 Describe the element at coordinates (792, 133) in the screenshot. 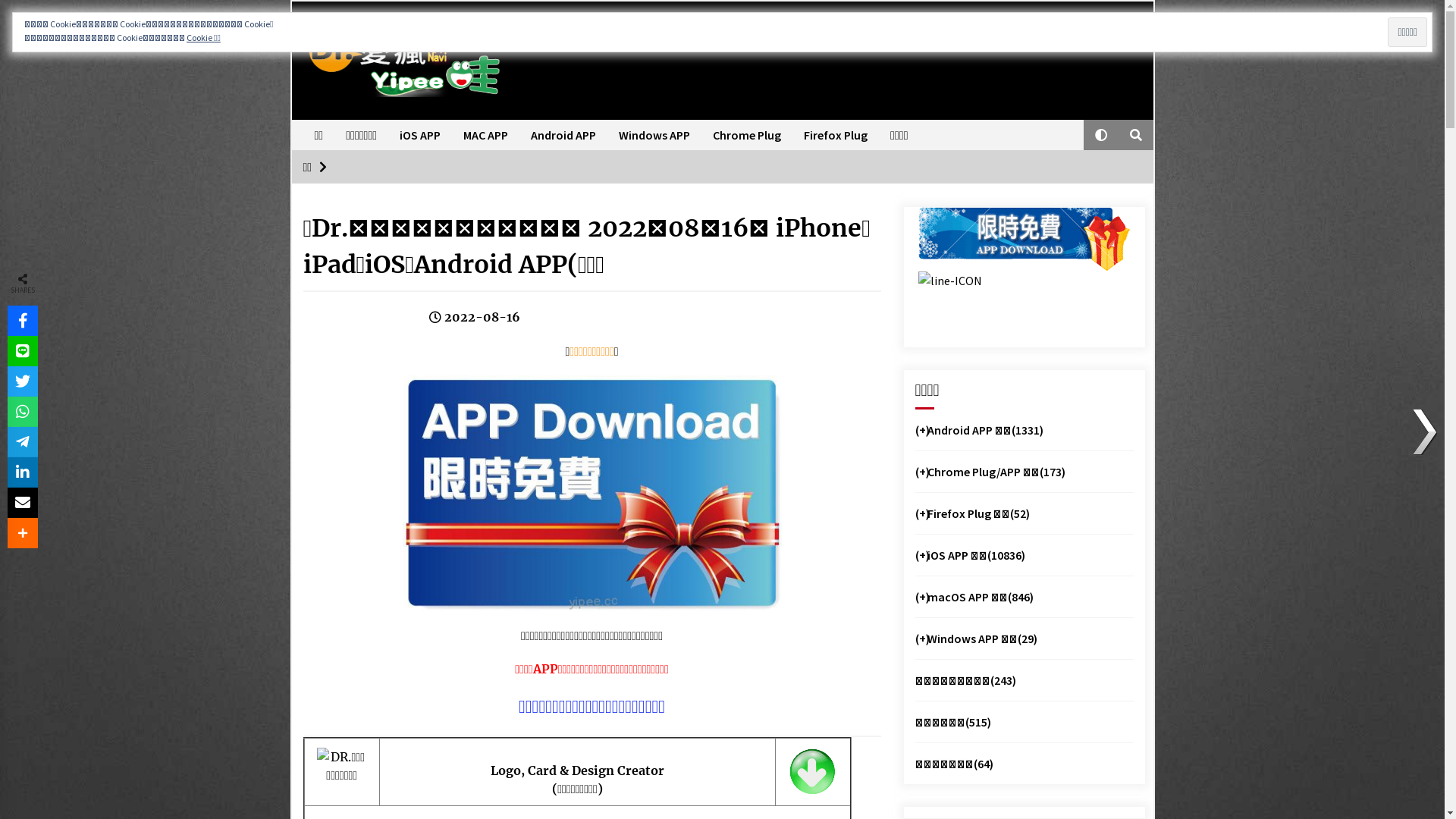

I see `'Firefox Plug'` at that location.